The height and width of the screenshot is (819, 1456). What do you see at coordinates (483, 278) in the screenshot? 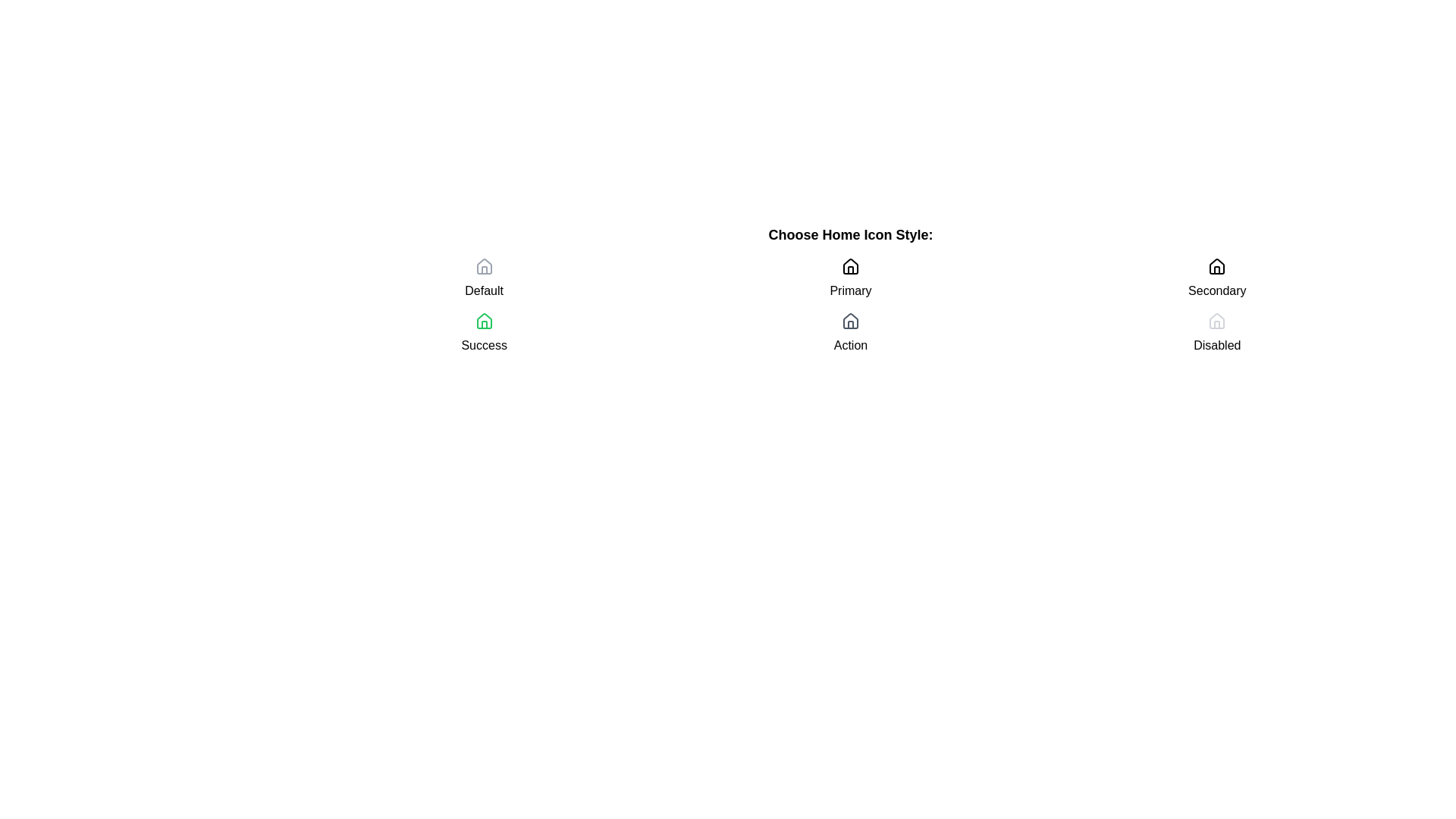
I see `the option selector with a house icon and the label 'Default'` at bounding box center [483, 278].